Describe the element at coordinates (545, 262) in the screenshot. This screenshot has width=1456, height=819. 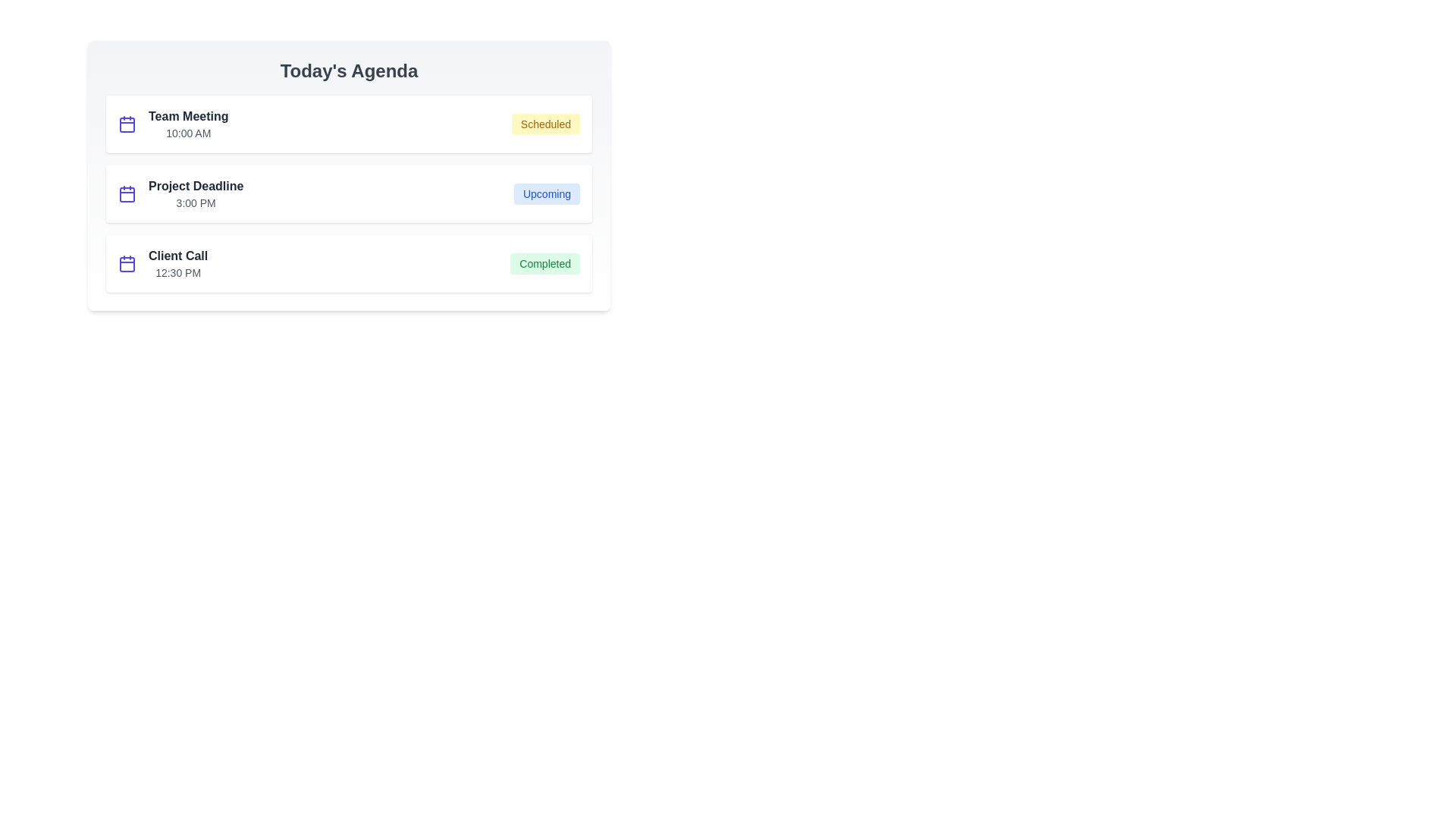
I see `the status tag Completed to filter events by the selected status` at that location.